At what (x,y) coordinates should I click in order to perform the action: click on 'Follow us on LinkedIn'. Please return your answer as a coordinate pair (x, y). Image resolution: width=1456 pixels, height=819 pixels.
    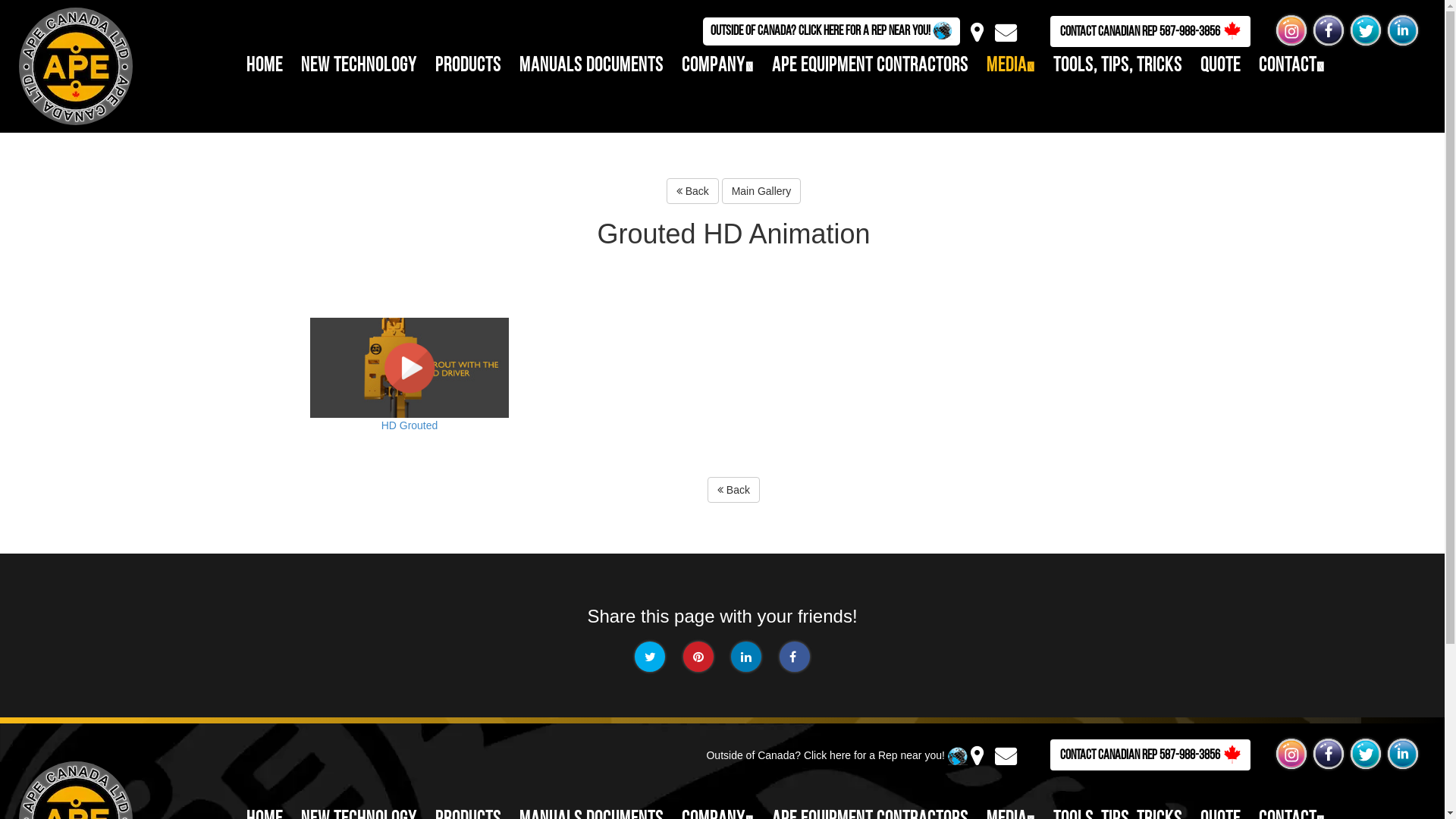
    Looking at the image, I should click on (1401, 30).